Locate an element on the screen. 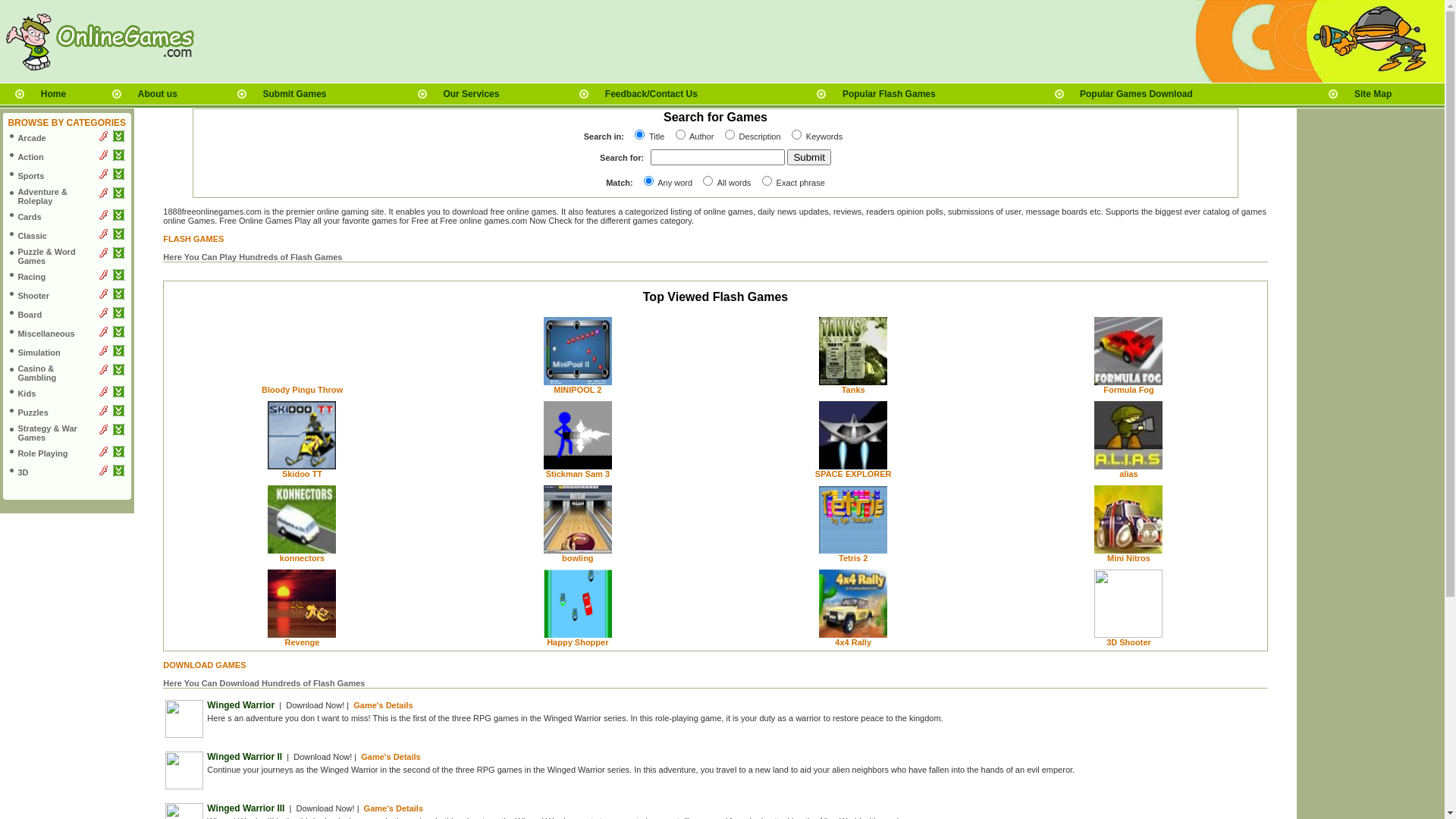 The height and width of the screenshot is (819, 1456). 'konnectors' is located at coordinates (302, 558).